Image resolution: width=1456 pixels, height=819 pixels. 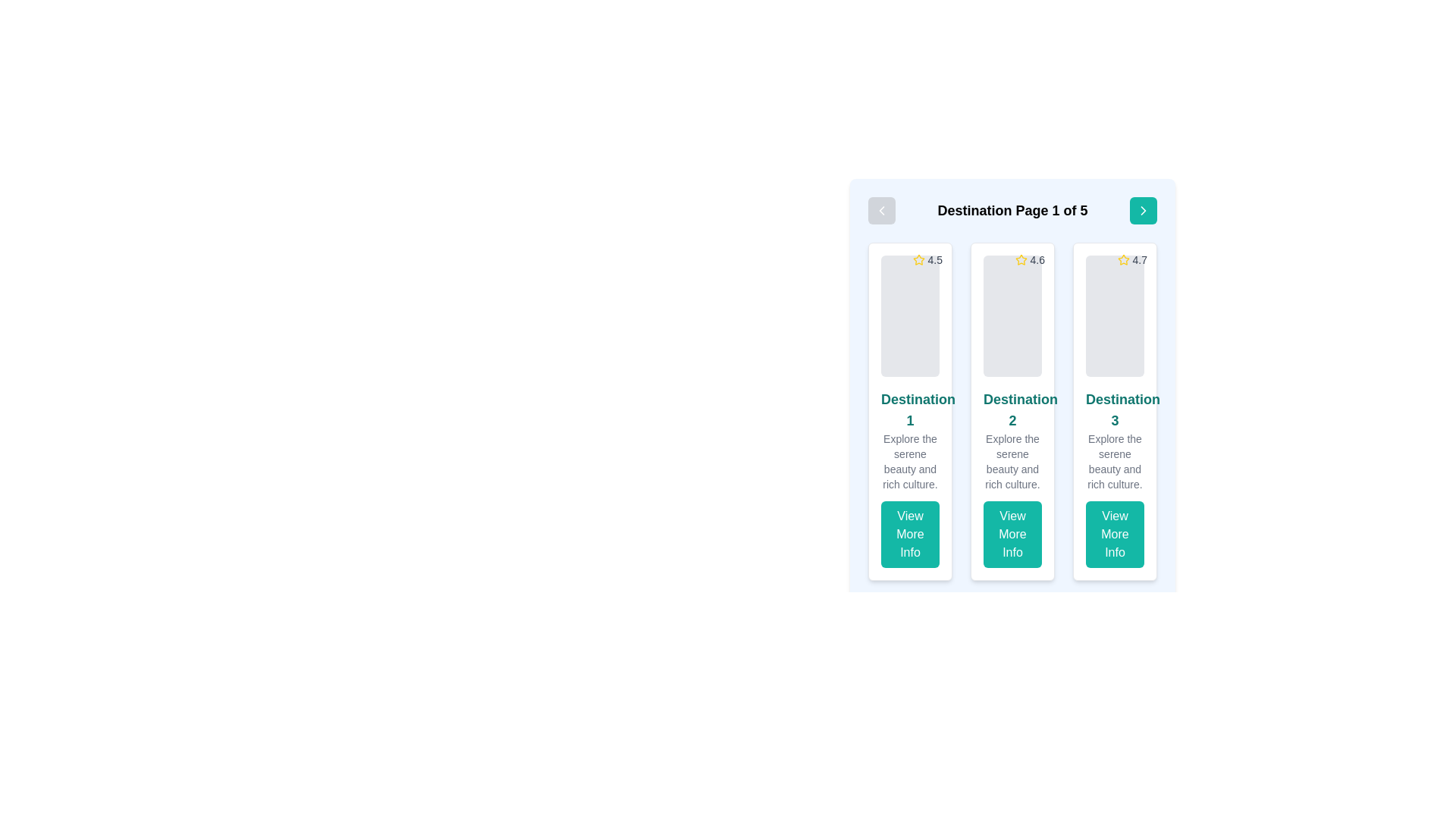 What do you see at coordinates (910, 461) in the screenshot?
I see `the descriptive tagline text located in the first card below the heading 'Destination 1' and above the 'View More Info' button` at bounding box center [910, 461].